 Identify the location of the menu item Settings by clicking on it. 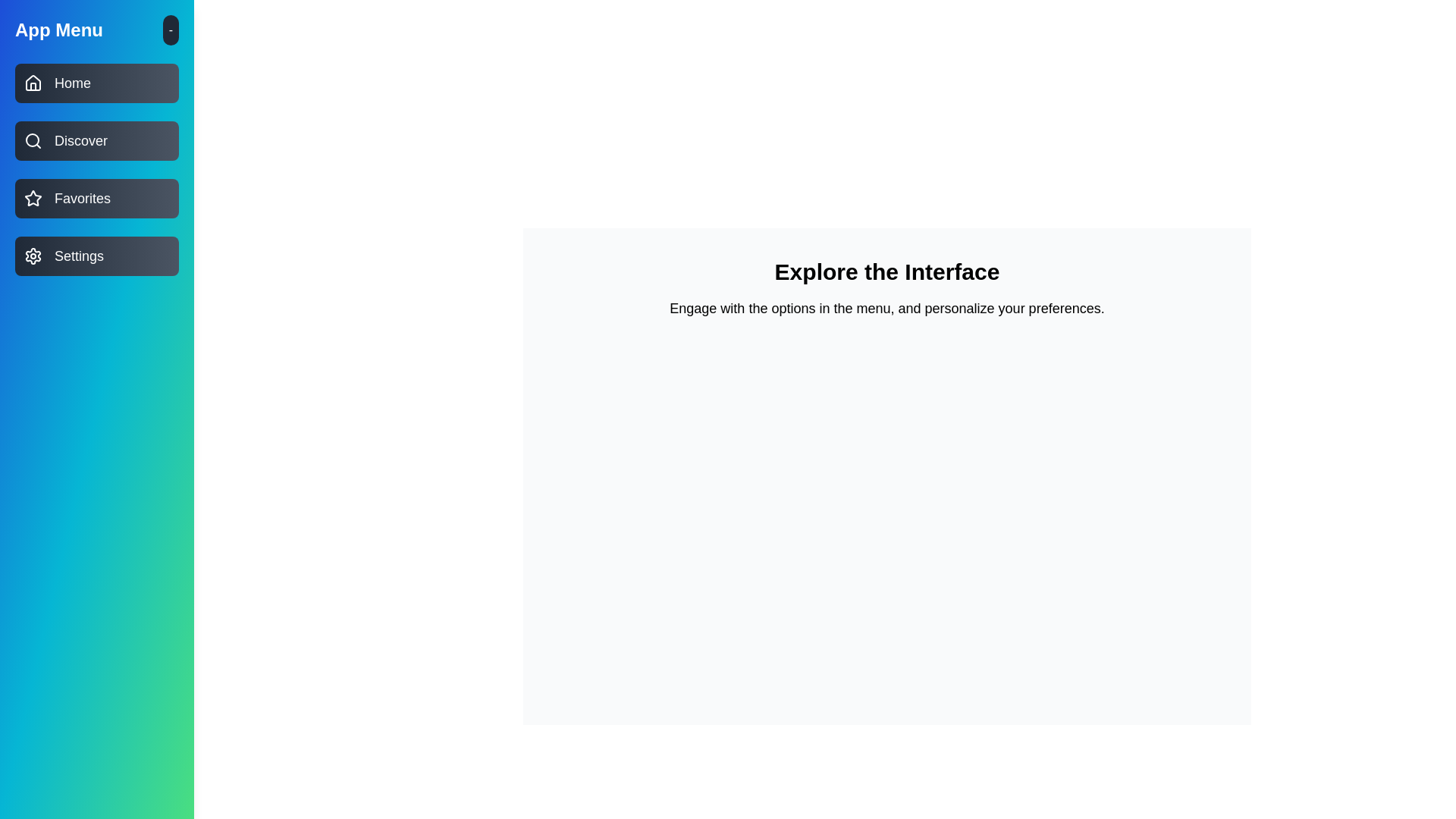
(96, 256).